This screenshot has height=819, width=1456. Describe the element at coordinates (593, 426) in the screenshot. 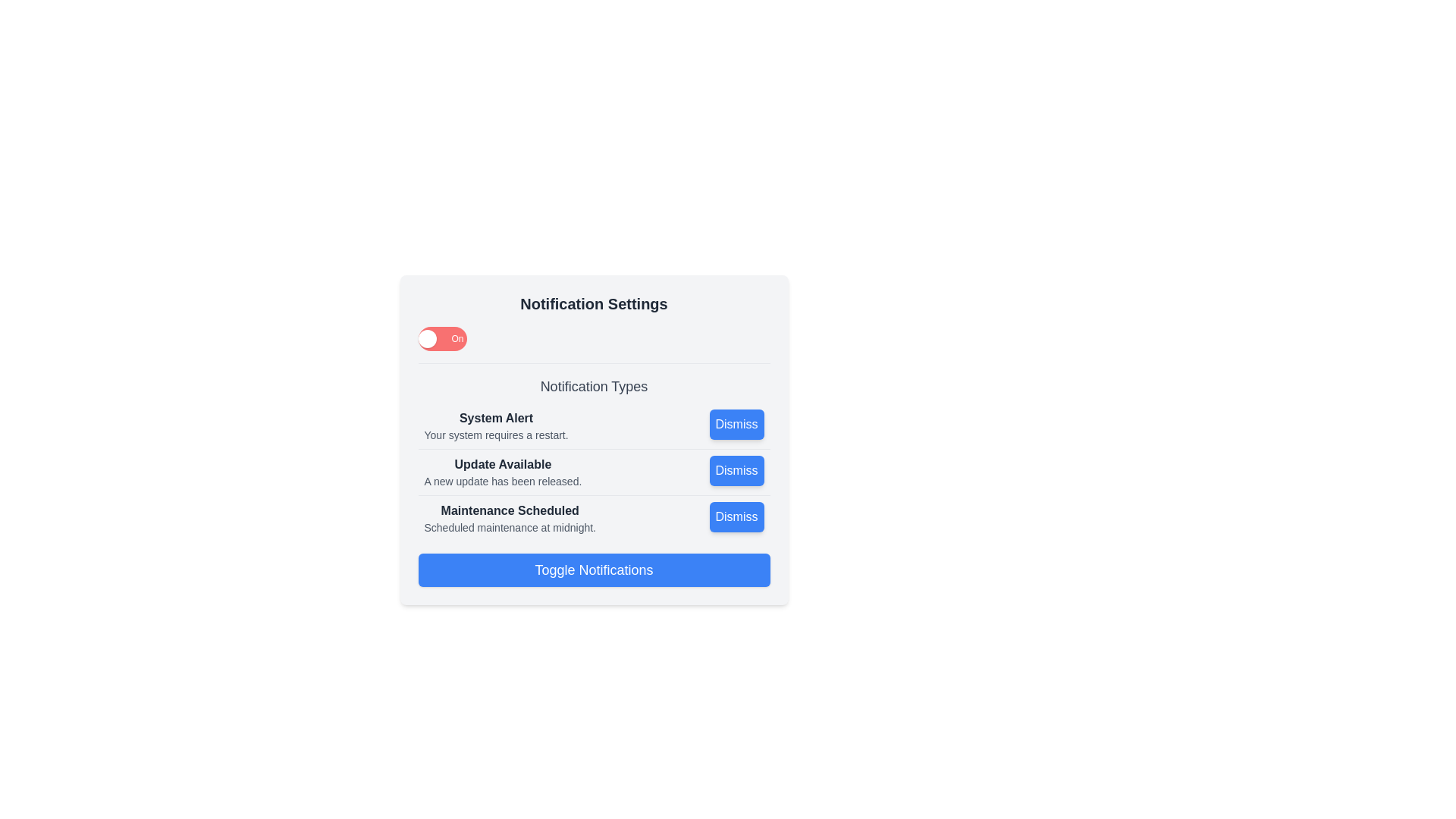

I see `the Notification item that notifies the user of a required system restart` at that location.